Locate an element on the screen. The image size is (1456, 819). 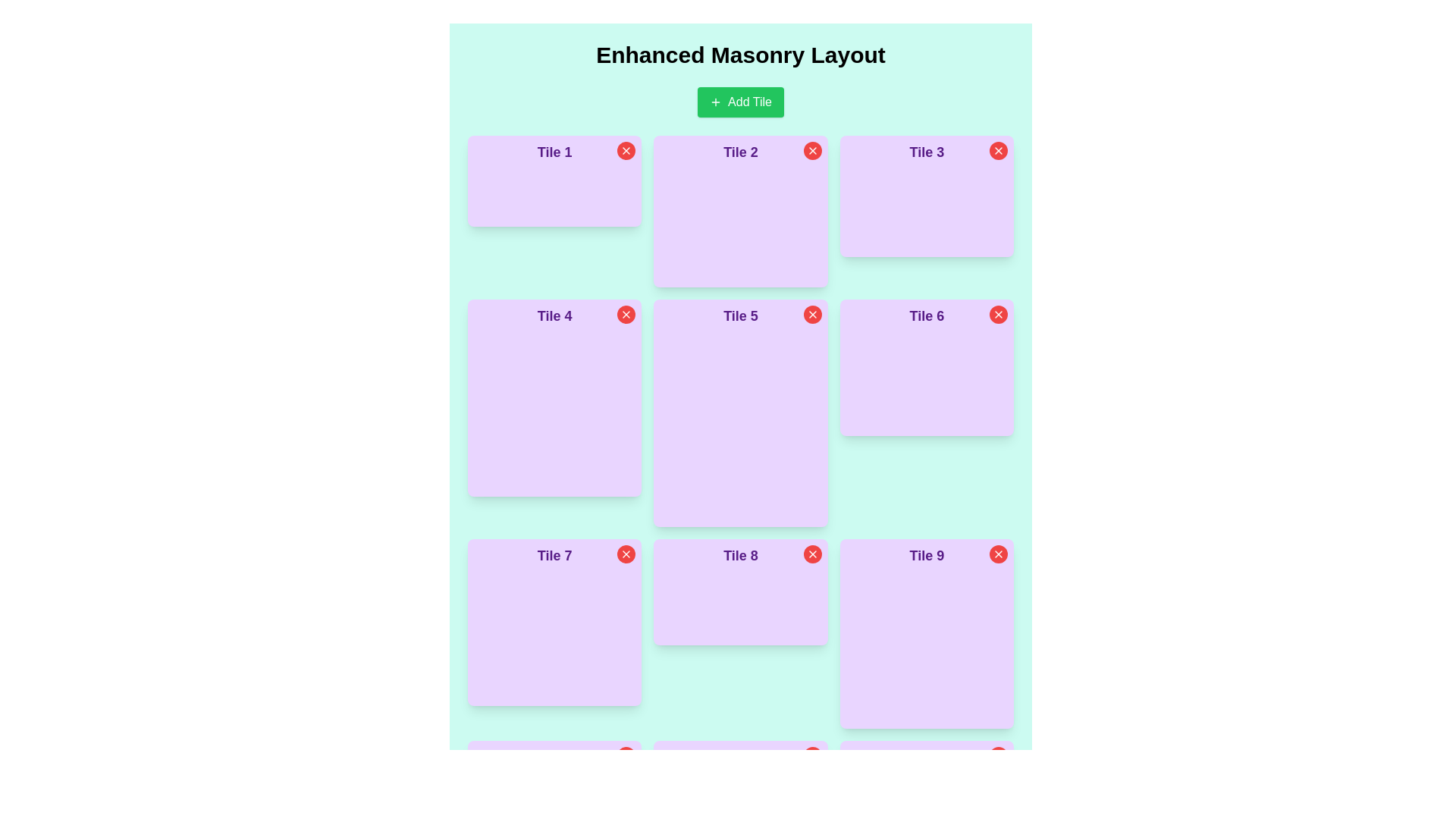
the red circular button with a white X symbol located at the top-right corner of the 'Tile 9' box is located at coordinates (998, 554).